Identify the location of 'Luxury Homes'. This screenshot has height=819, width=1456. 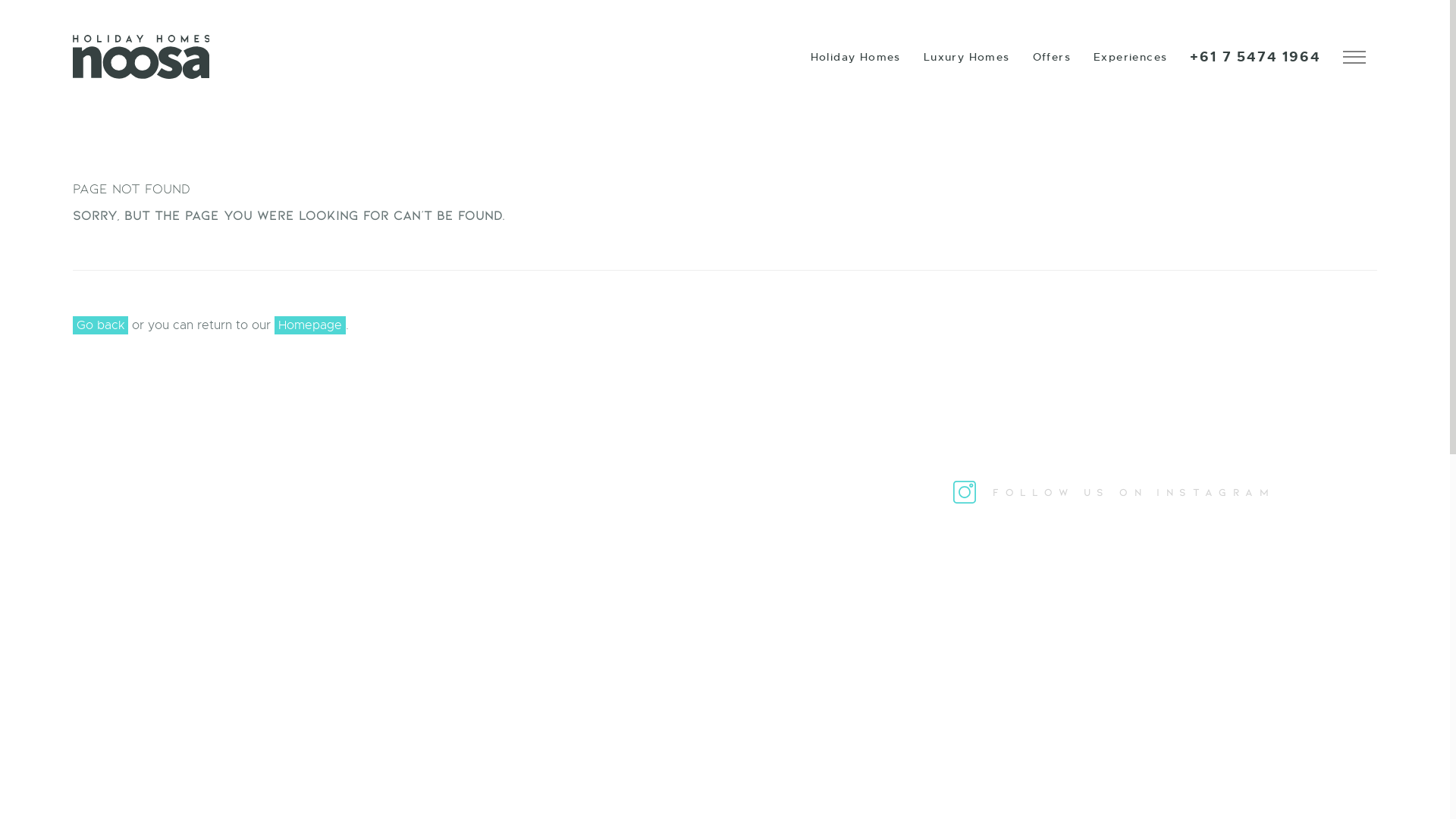
(966, 55).